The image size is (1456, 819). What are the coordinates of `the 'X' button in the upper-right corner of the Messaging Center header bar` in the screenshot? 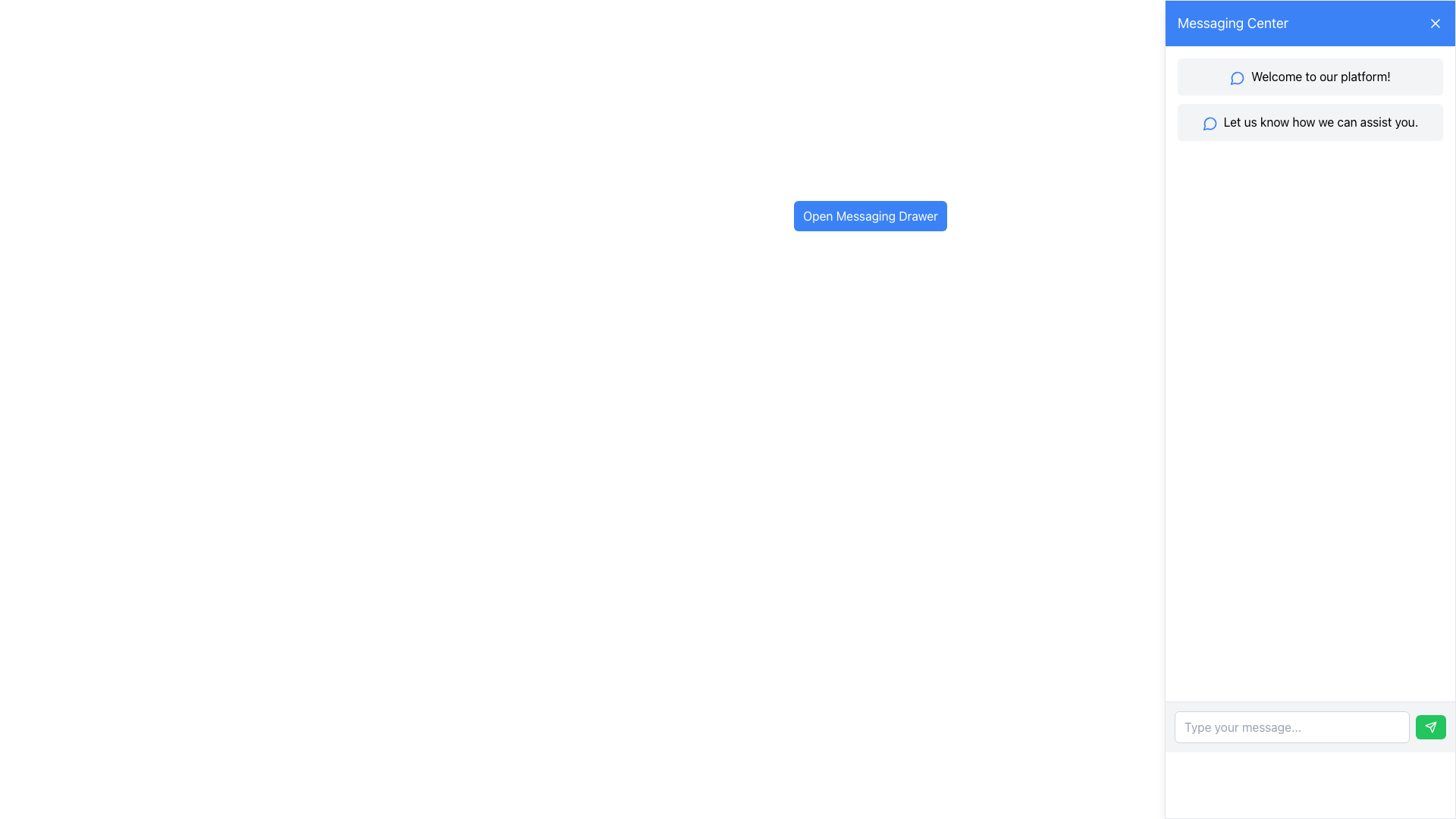 It's located at (1434, 23).